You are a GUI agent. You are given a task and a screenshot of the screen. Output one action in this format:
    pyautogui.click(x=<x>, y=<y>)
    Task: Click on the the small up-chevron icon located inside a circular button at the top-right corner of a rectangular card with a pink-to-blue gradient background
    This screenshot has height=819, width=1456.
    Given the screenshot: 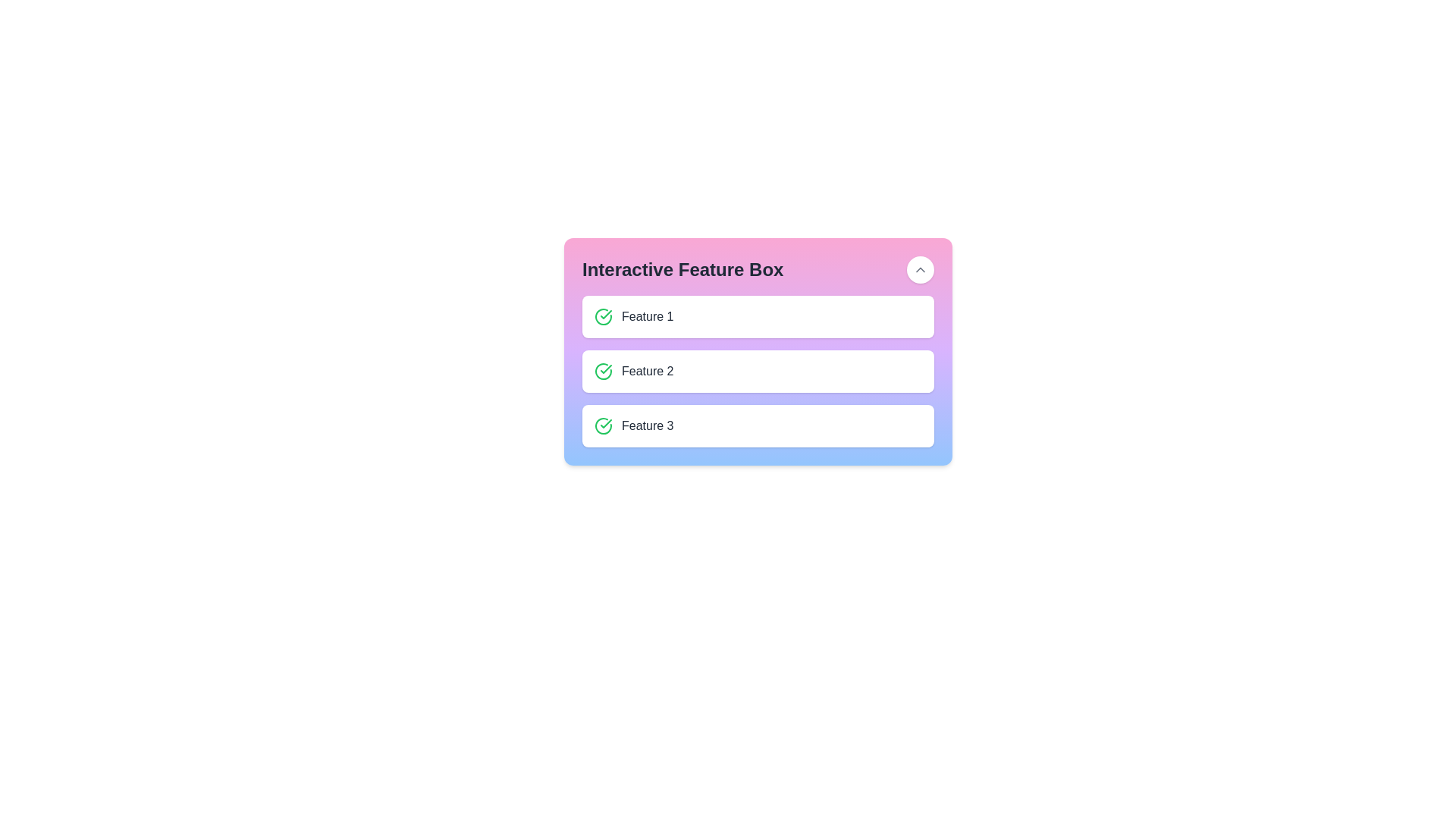 What is the action you would take?
    pyautogui.click(x=920, y=268)
    